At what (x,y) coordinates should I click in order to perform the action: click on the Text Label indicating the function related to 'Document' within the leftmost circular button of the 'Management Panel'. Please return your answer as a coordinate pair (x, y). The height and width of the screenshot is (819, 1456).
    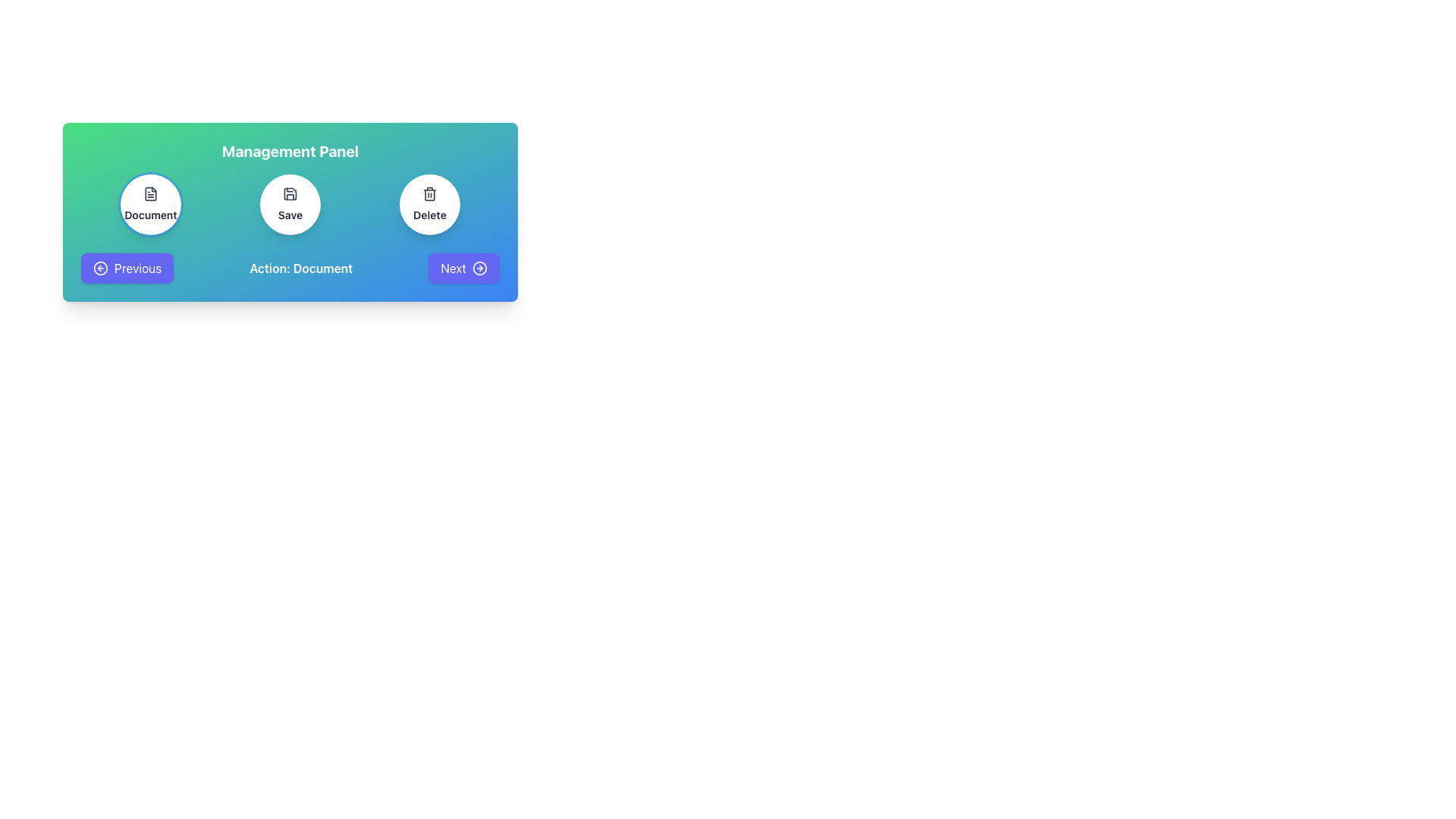
    Looking at the image, I should click on (150, 215).